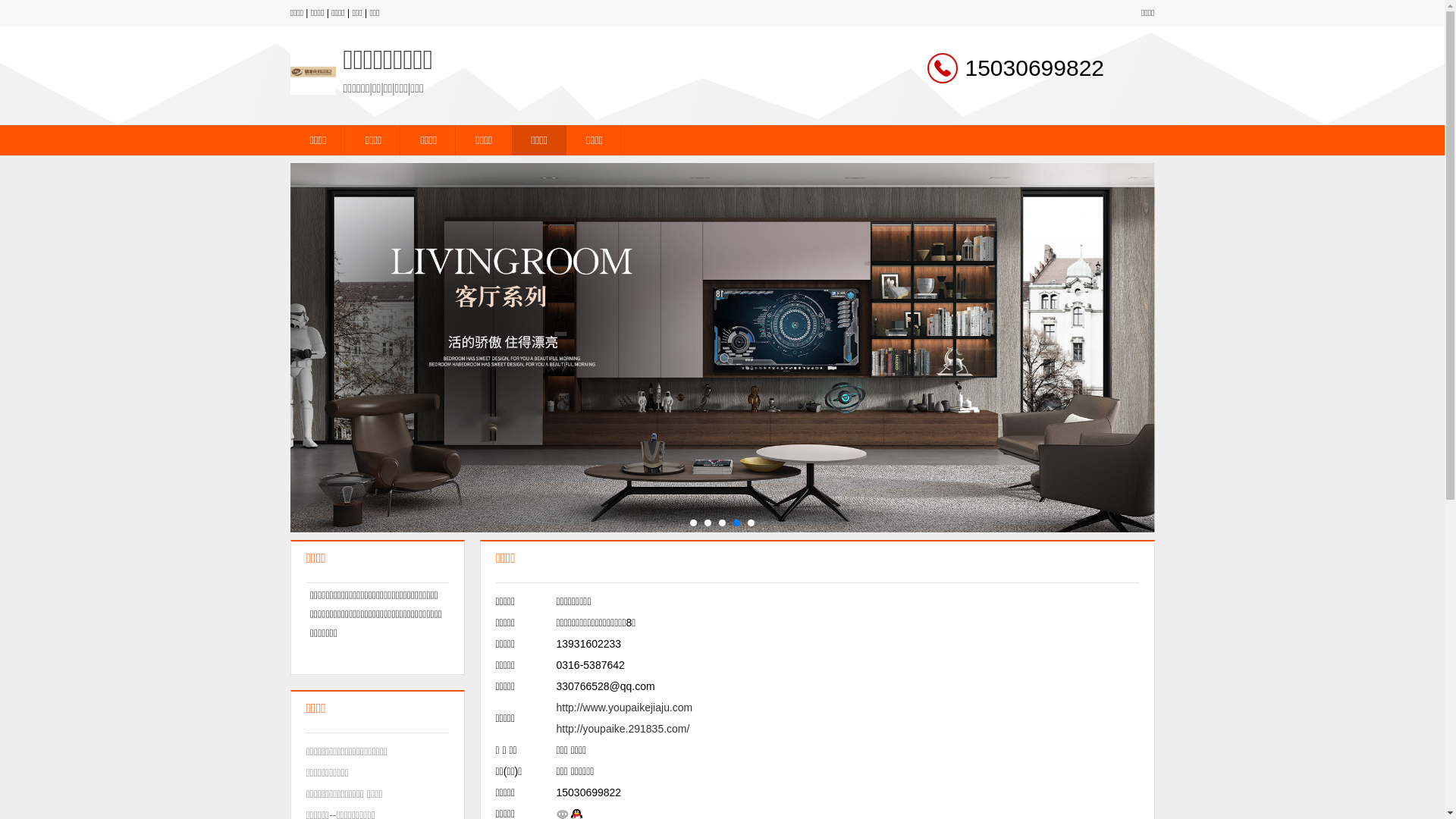 The image size is (1456, 819). Describe the element at coordinates (625, 708) in the screenshot. I see `'http://www.youpaikejiaju.com'` at that location.